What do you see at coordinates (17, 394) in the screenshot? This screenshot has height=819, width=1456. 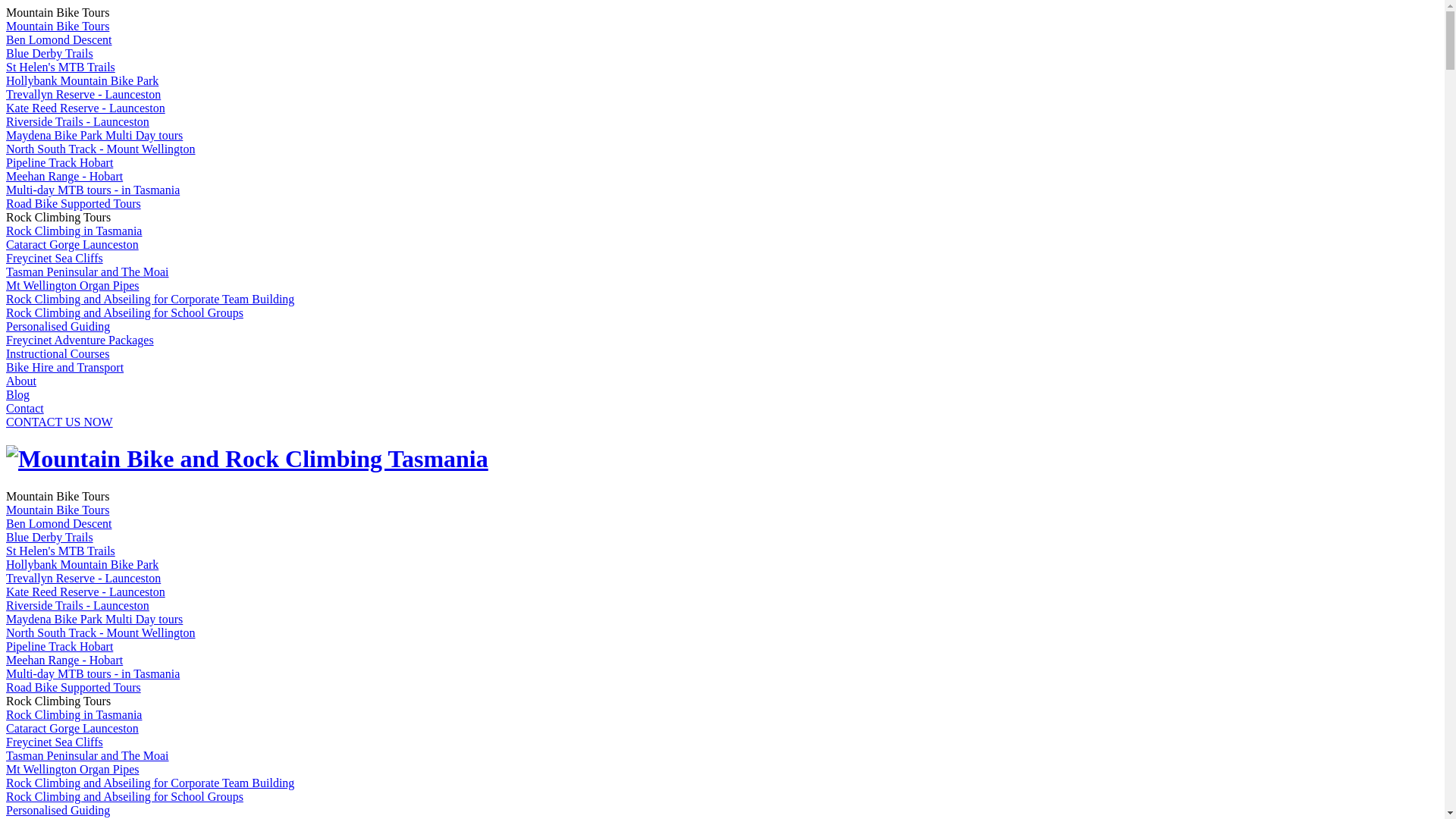 I see `'Blog'` at bounding box center [17, 394].